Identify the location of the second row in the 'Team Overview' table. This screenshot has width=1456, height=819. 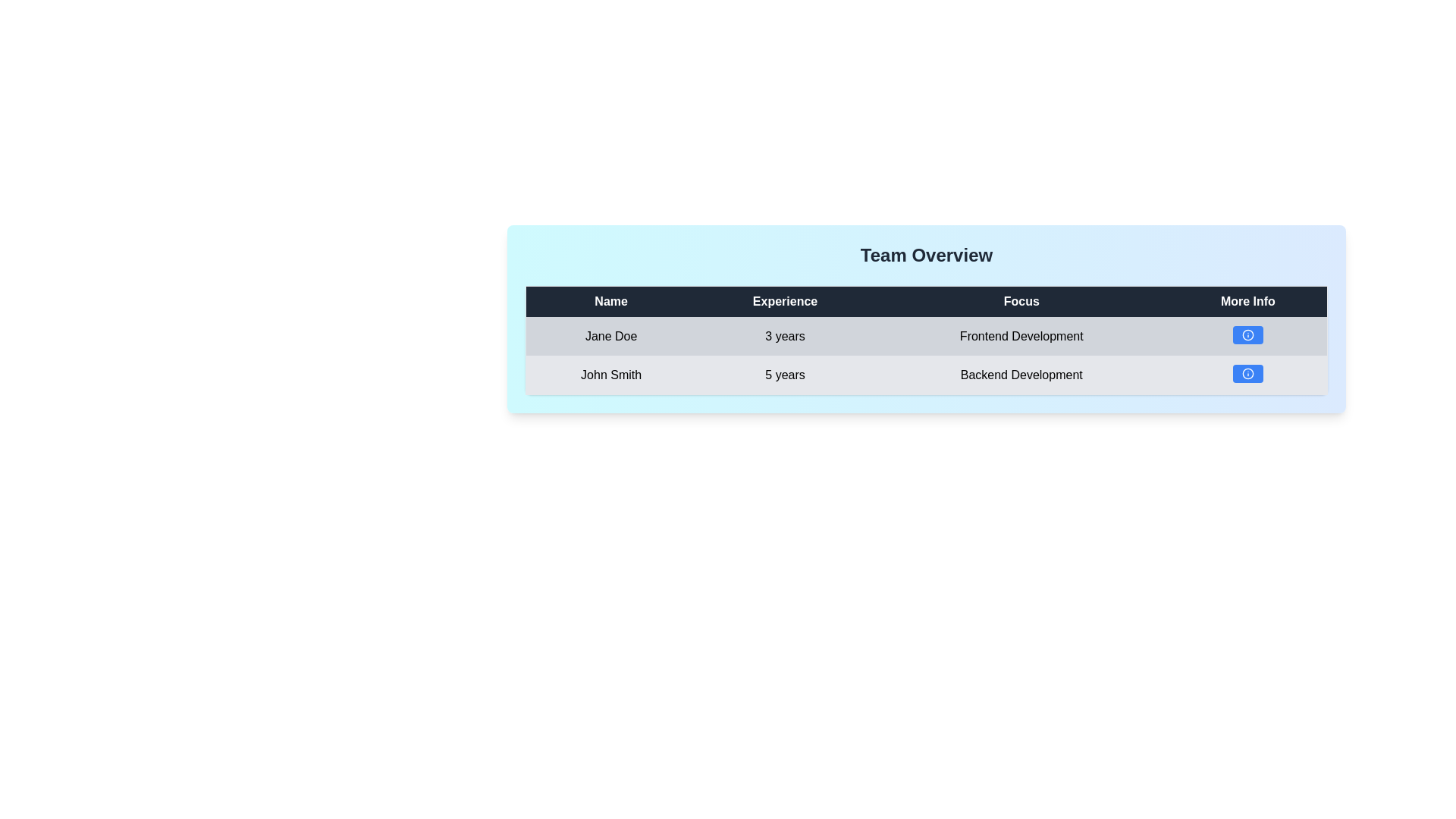
(926, 374).